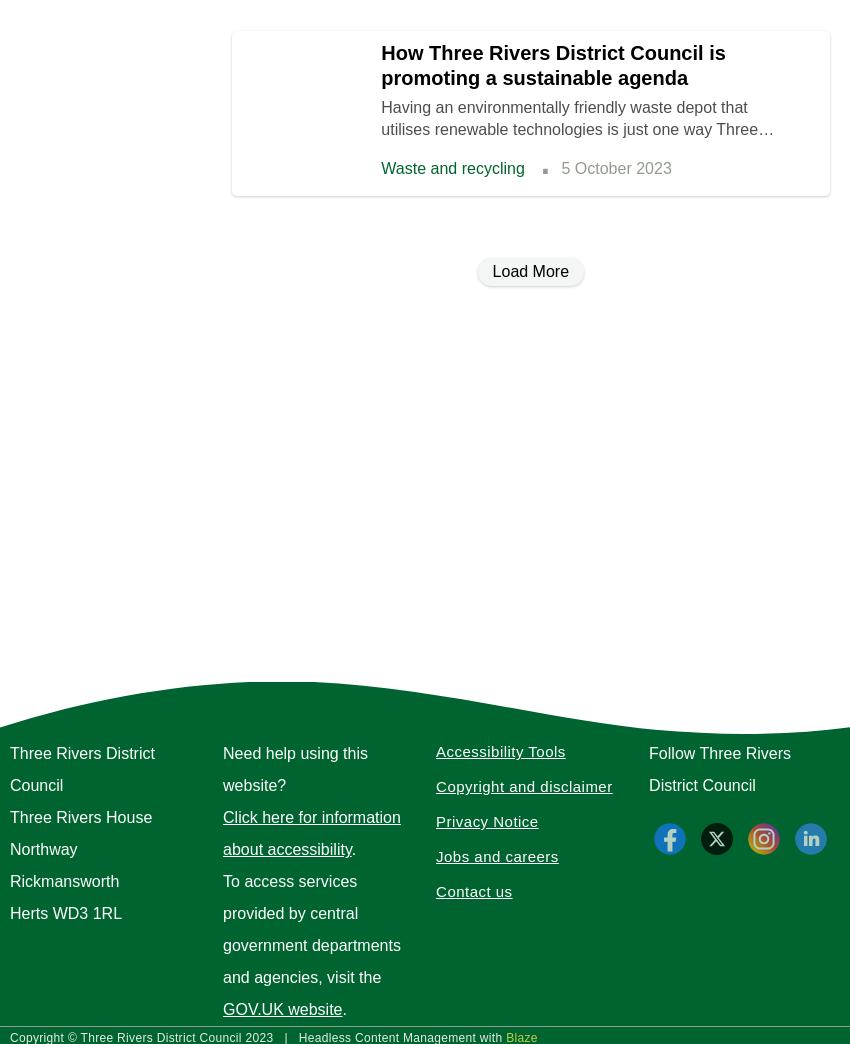 The image size is (850, 1044). What do you see at coordinates (486, 820) in the screenshot?
I see `'Privacy Notice'` at bounding box center [486, 820].